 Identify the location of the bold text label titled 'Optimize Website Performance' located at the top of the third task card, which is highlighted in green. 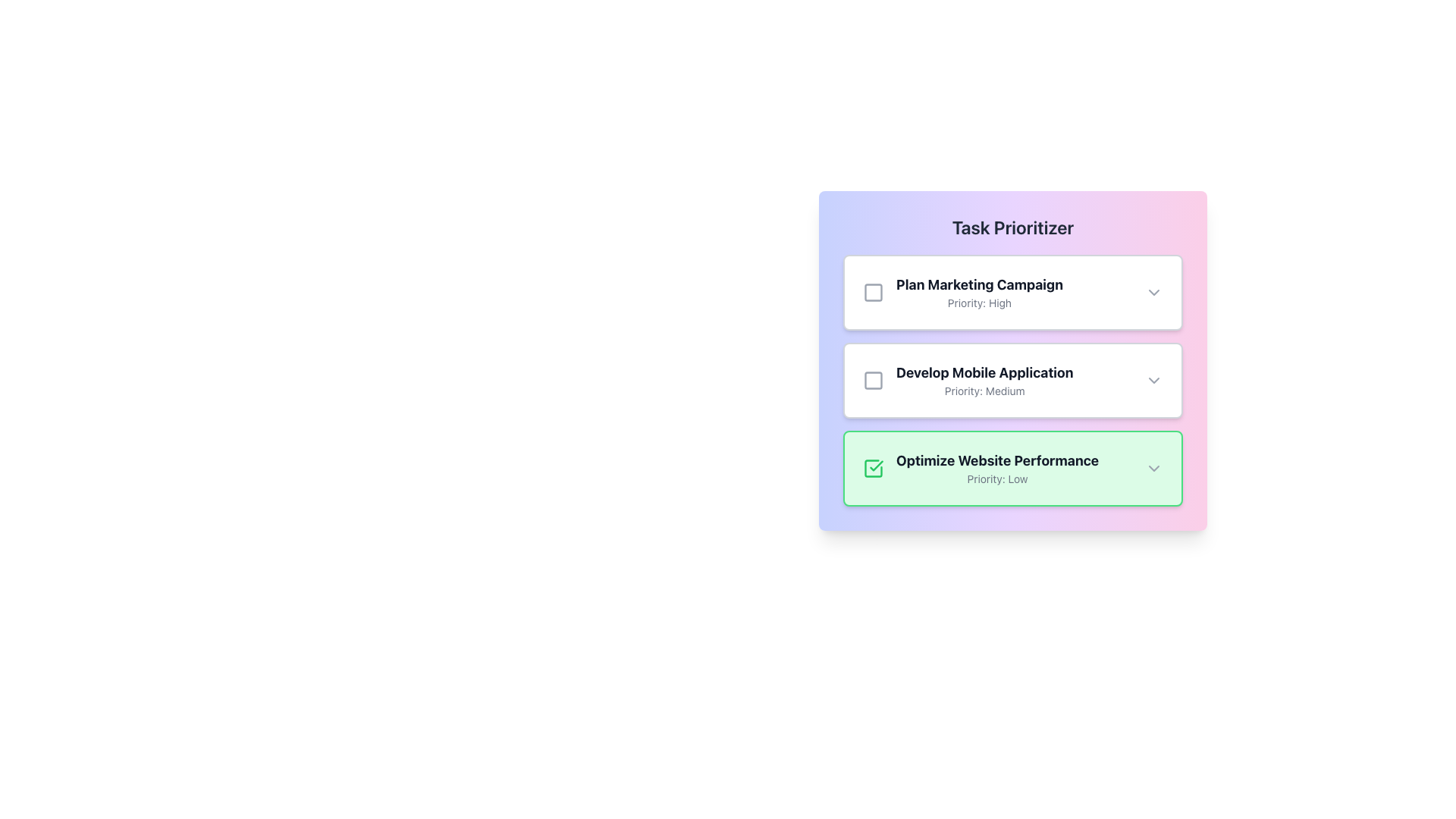
(997, 460).